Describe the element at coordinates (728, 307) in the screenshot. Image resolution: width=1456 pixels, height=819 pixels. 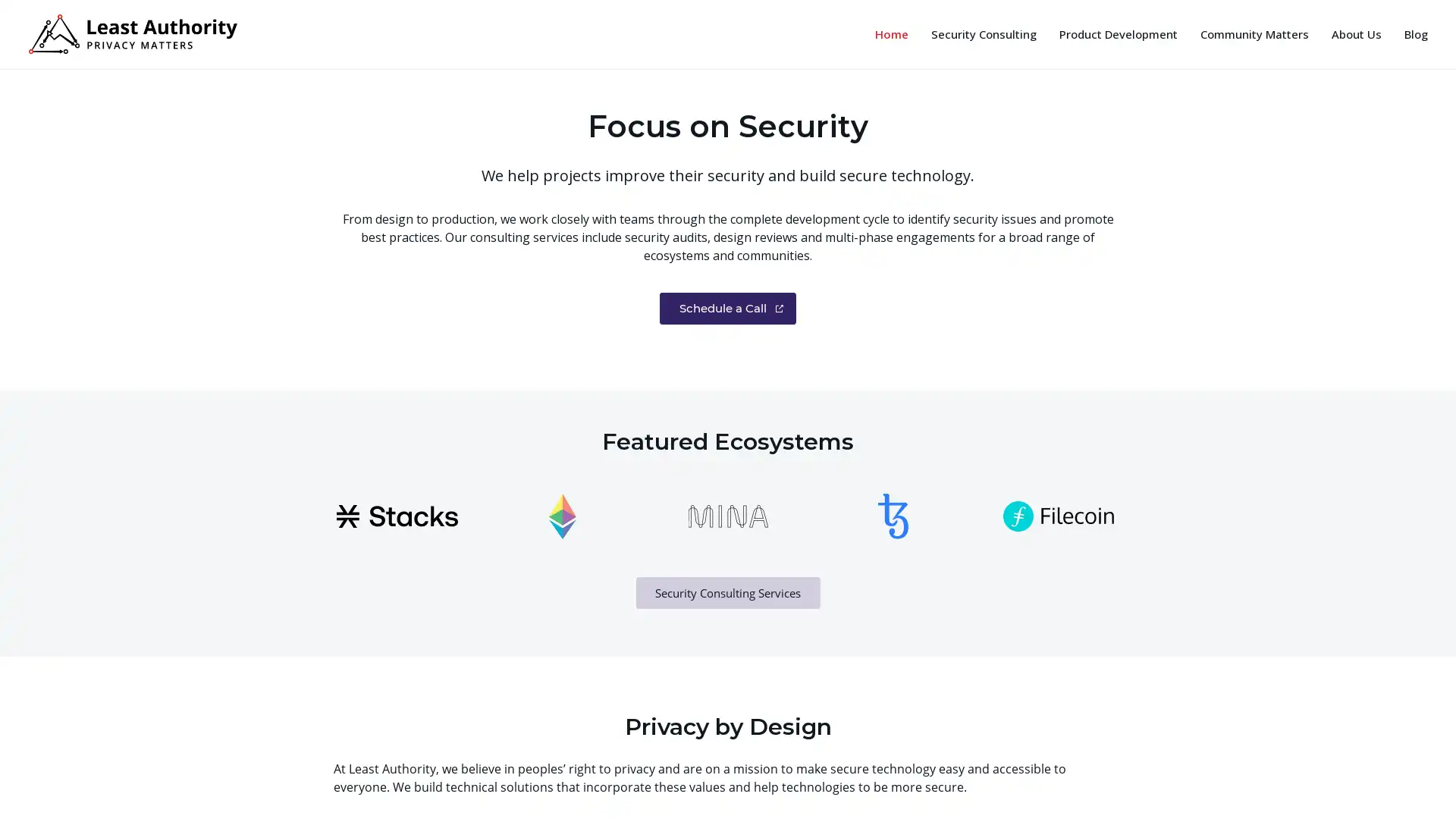
I see `Schedule a Call` at that location.